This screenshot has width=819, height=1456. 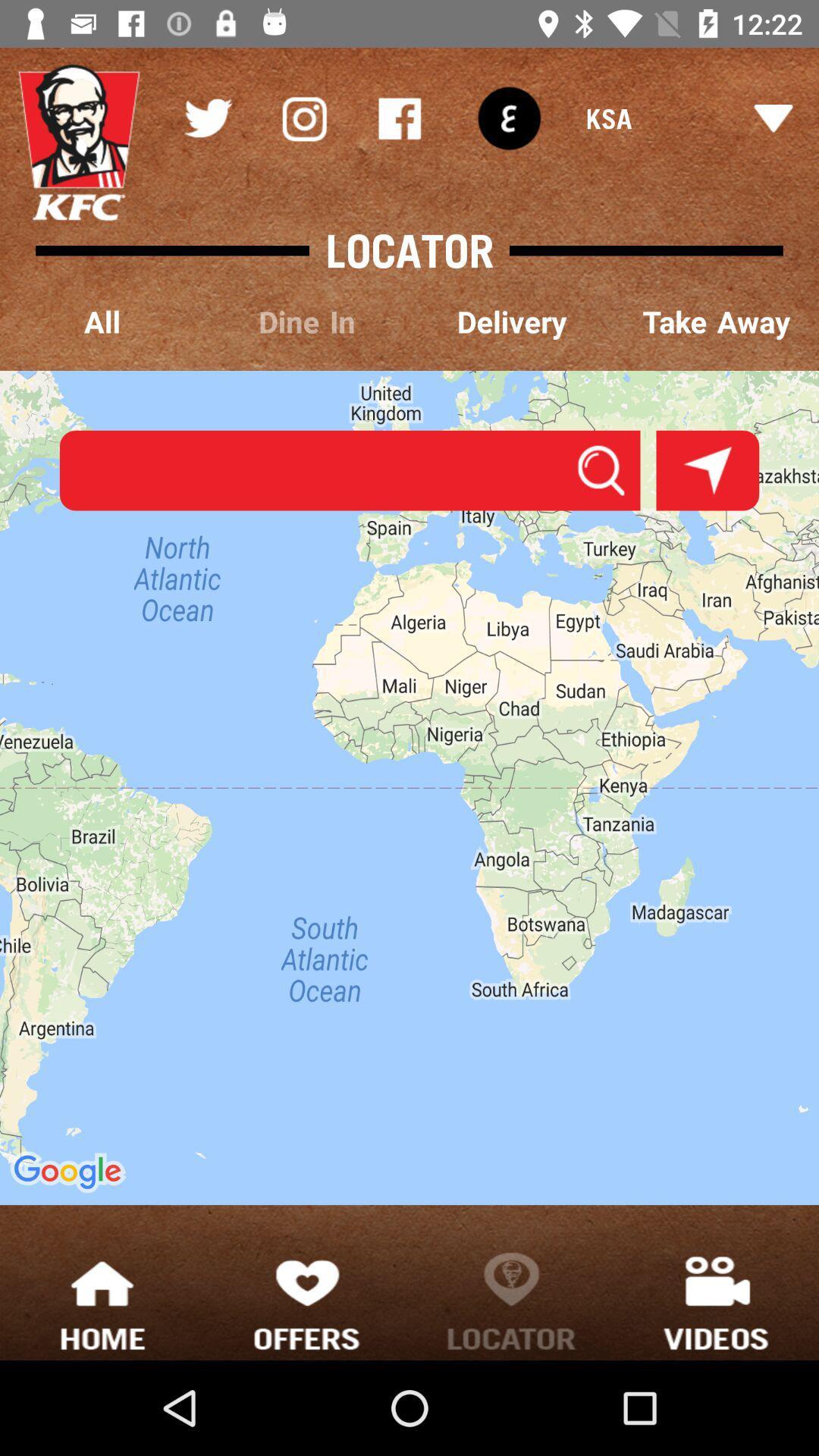 What do you see at coordinates (307, 322) in the screenshot?
I see `the item next to the all item` at bounding box center [307, 322].